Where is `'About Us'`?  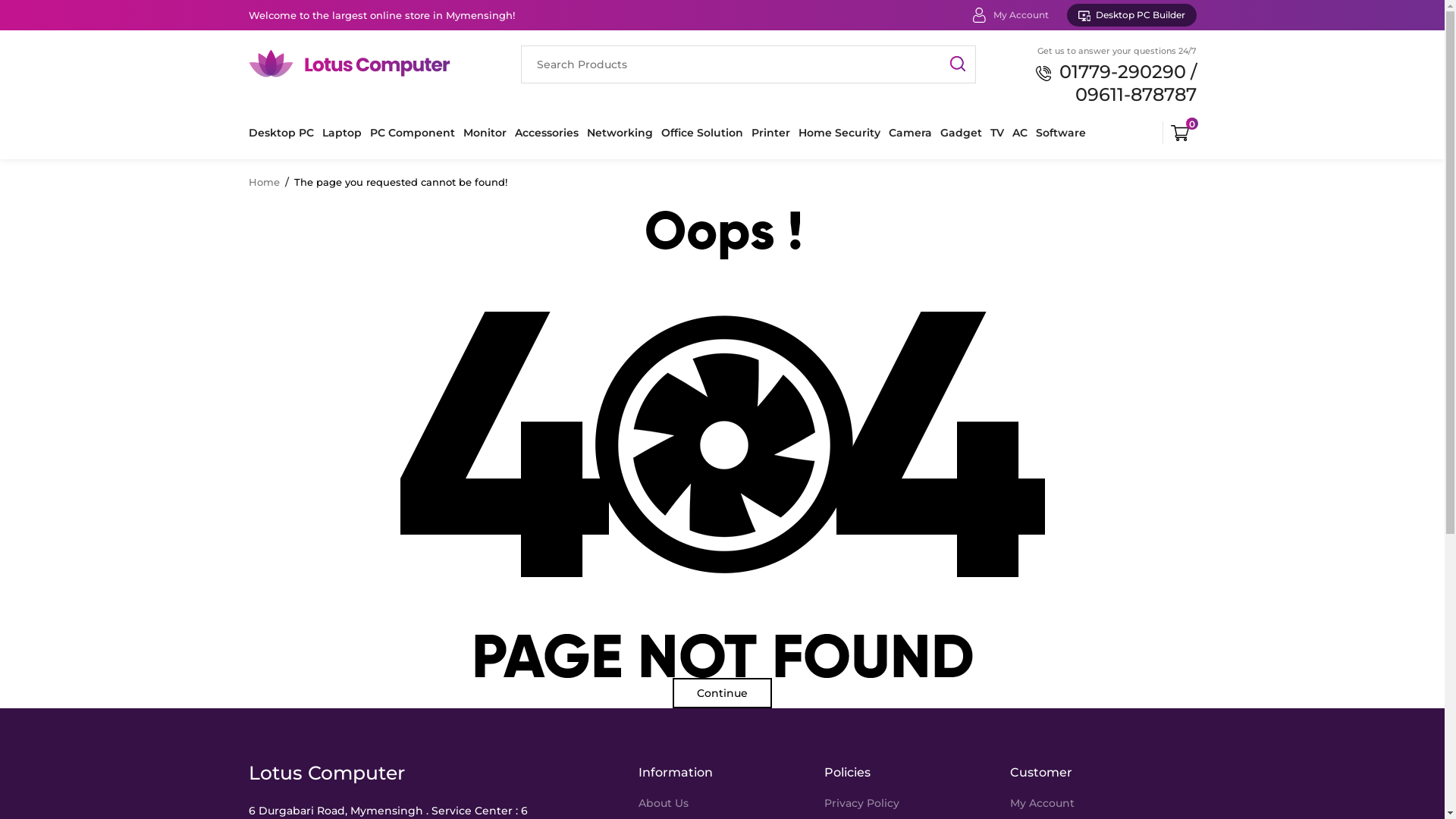 'About Us' is located at coordinates (663, 802).